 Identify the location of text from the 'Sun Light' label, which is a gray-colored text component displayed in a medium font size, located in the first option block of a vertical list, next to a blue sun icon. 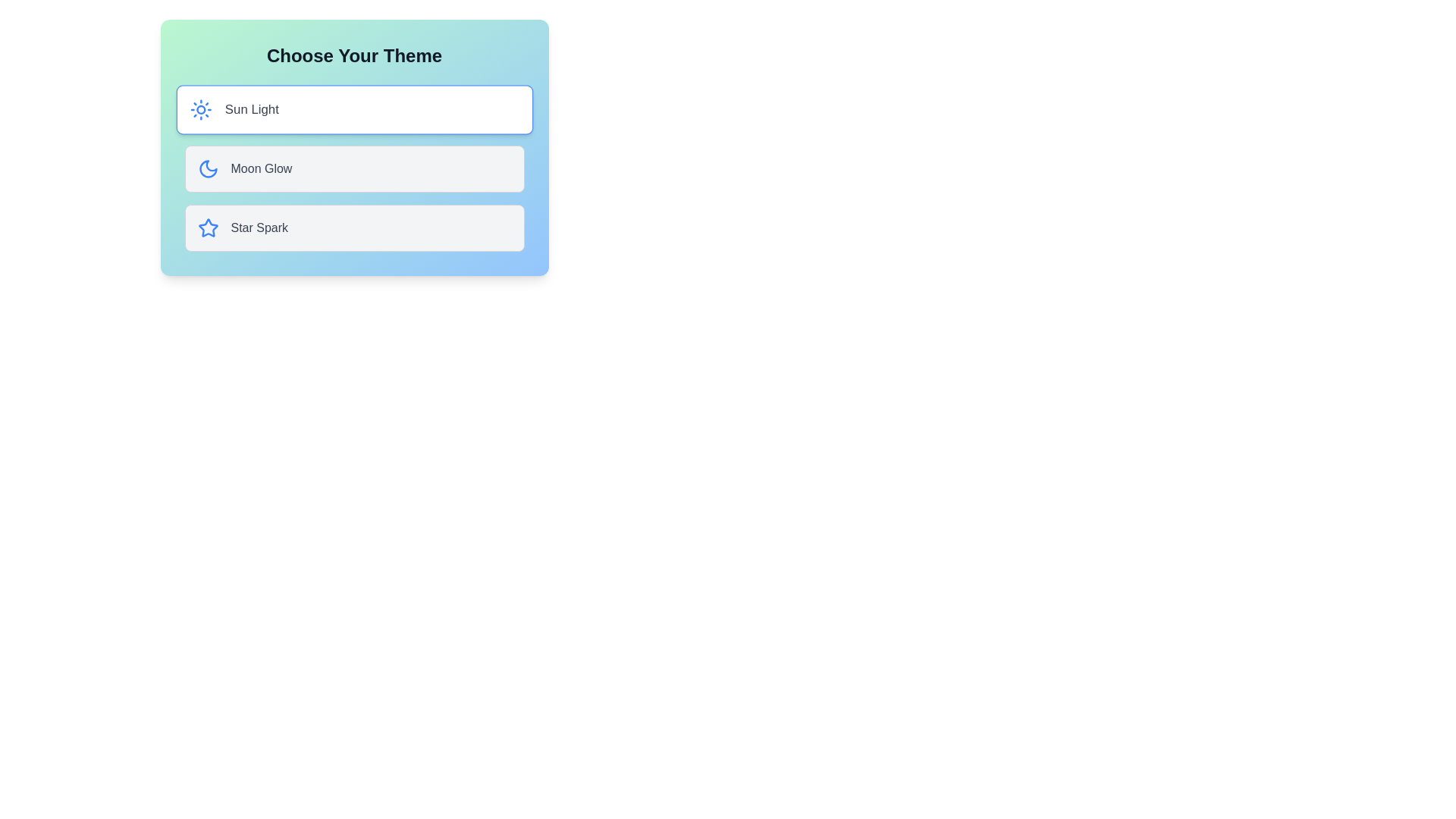
(251, 109).